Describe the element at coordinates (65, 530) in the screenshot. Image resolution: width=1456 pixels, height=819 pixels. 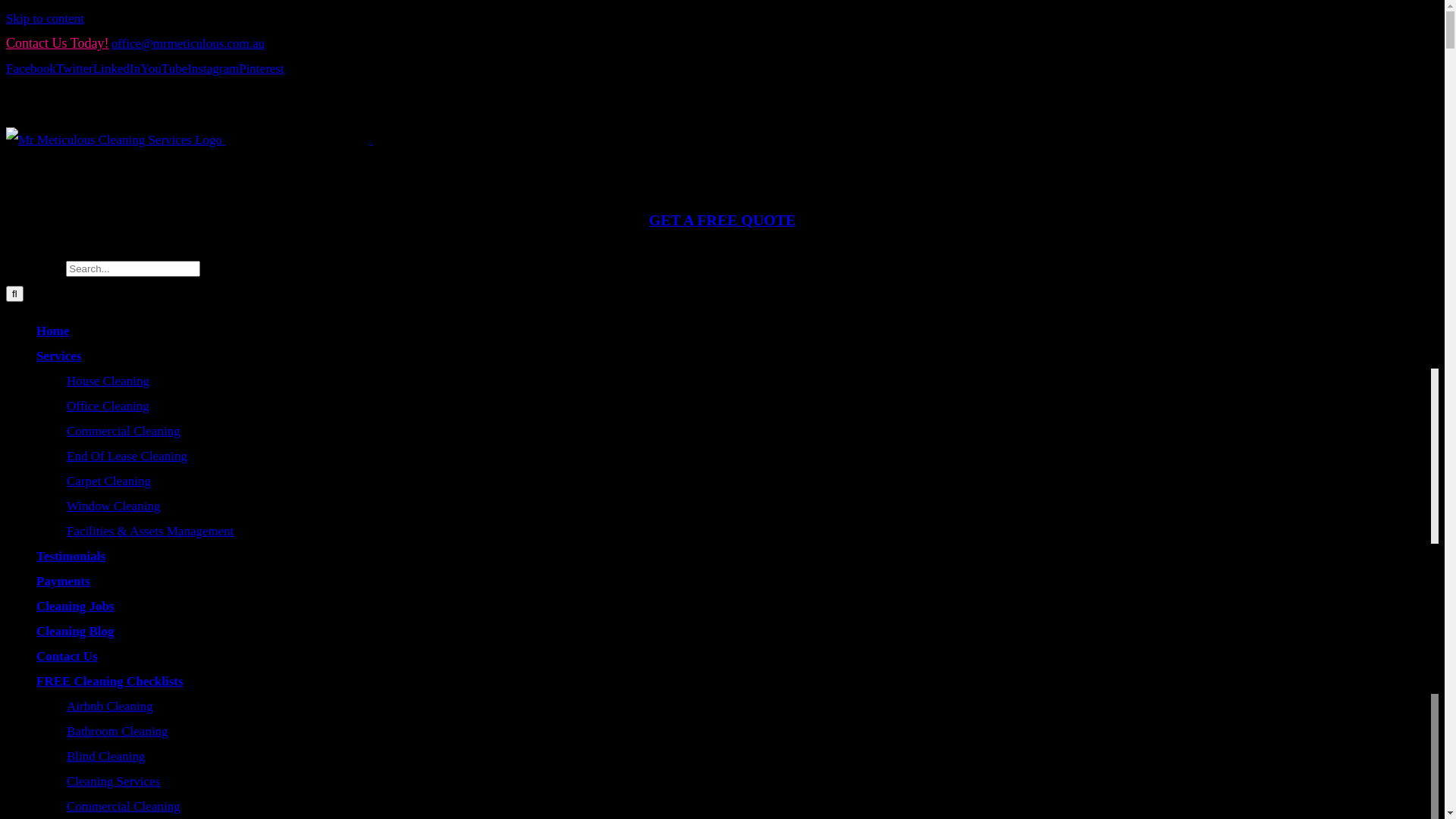
I see `'Facilities & Assets Management'` at that location.